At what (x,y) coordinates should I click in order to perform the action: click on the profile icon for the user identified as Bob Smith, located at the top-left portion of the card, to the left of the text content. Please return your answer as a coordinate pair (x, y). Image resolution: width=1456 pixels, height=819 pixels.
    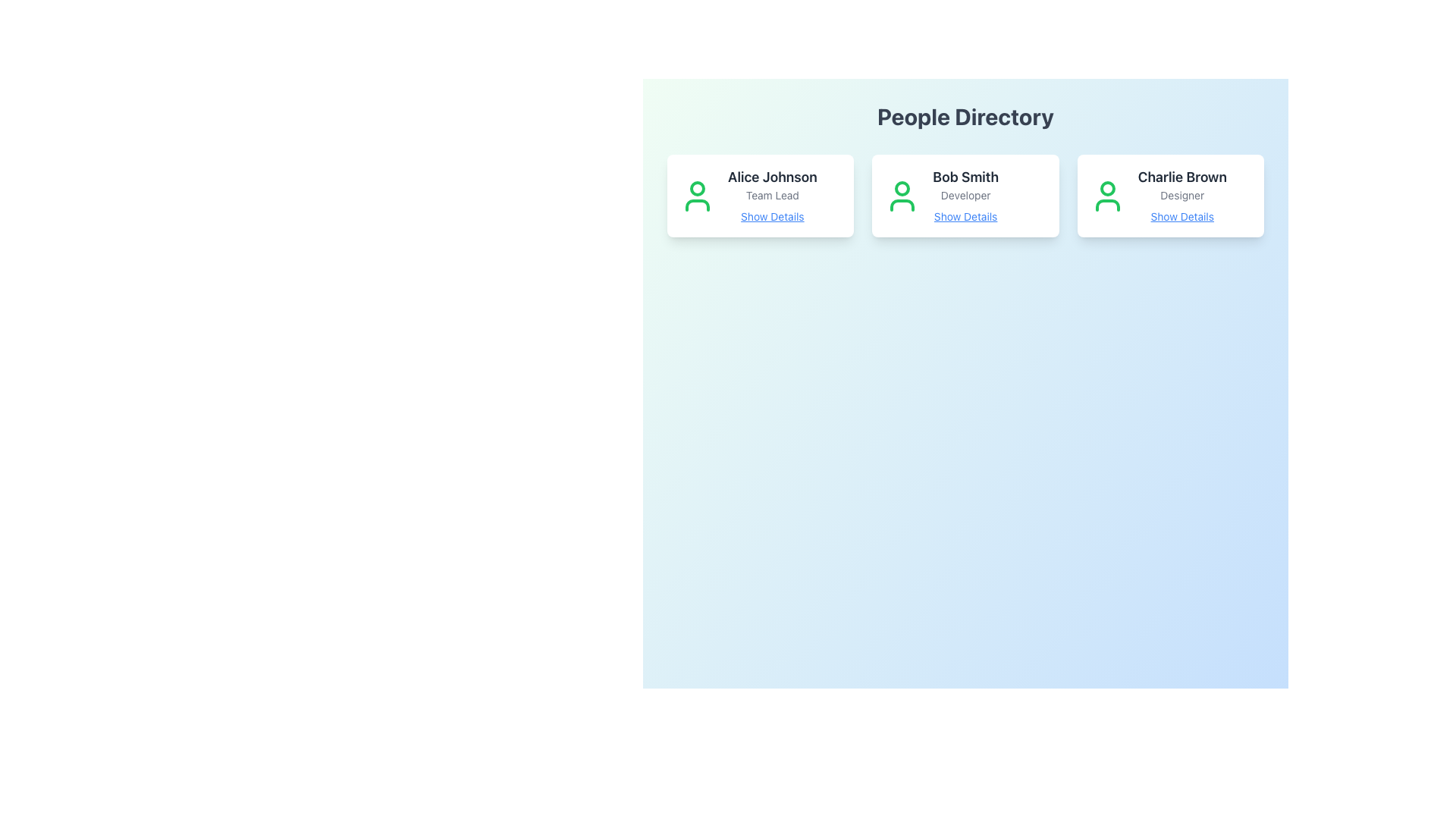
    Looking at the image, I should click on (902, 195).